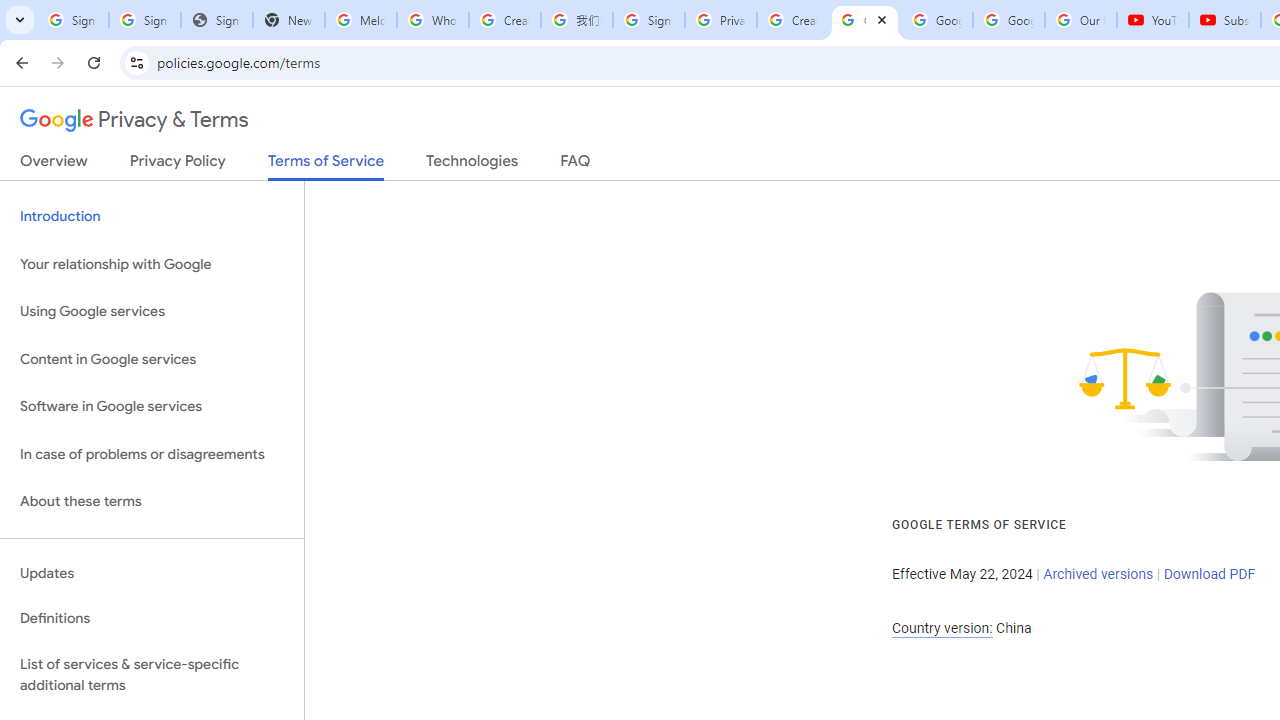 The width and height of the screenshot is (1280, 720). I want to click on 'New Tab', so click(288, 20).